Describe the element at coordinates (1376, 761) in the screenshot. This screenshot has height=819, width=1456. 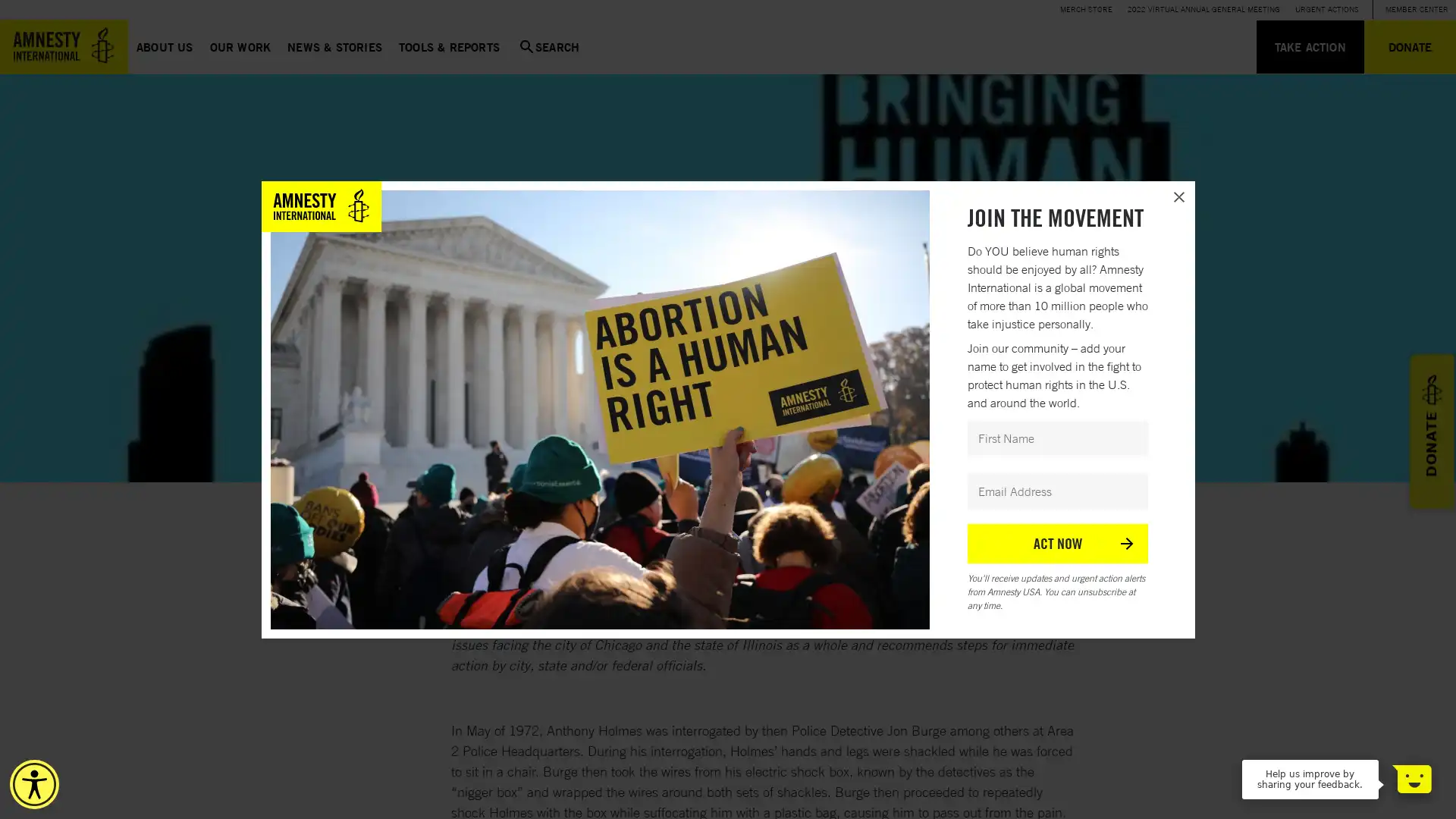
I see `Dismiss Message` at that location.